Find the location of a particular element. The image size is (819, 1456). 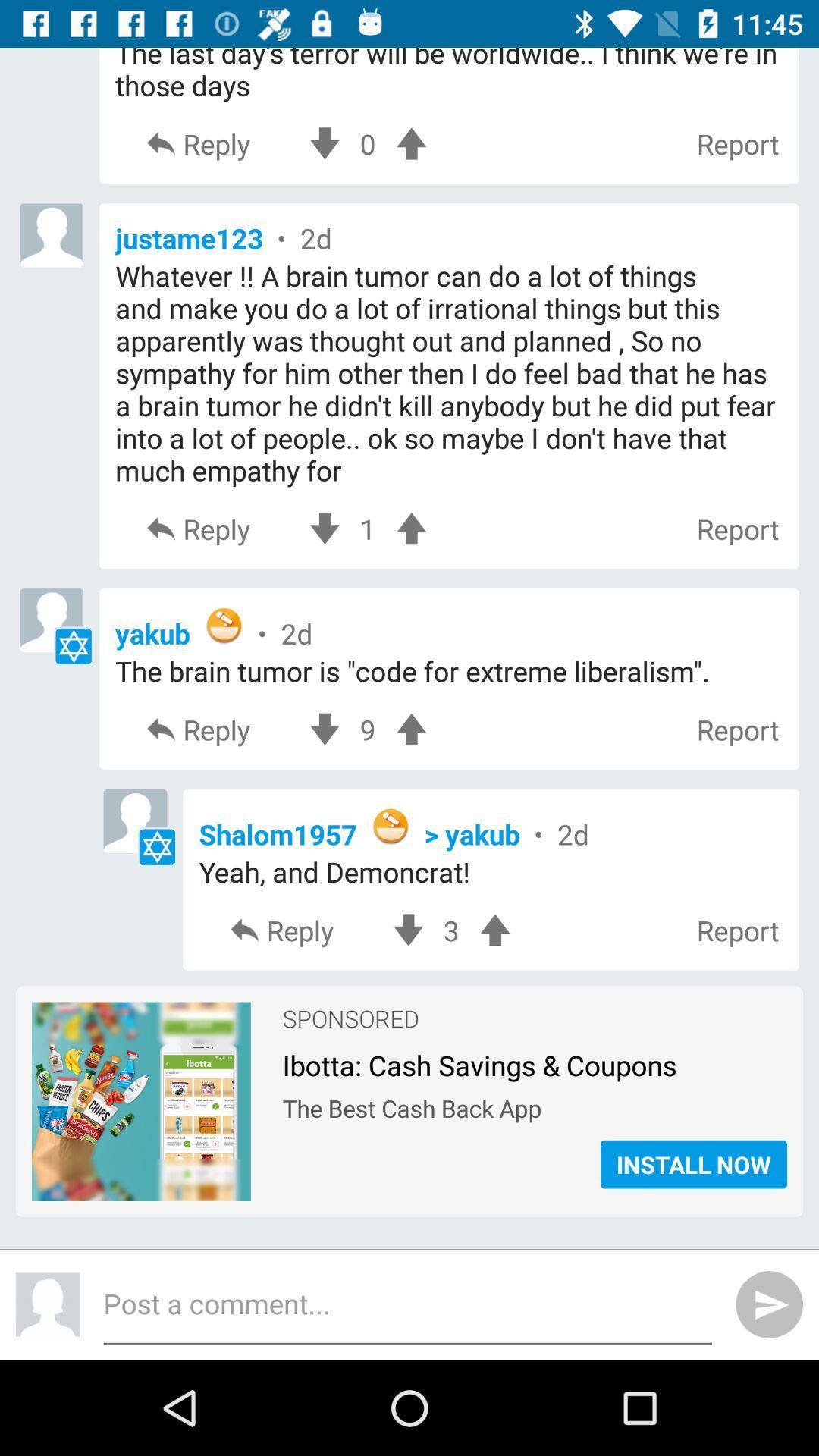

the send icon is located at coordinates (769, 1304).